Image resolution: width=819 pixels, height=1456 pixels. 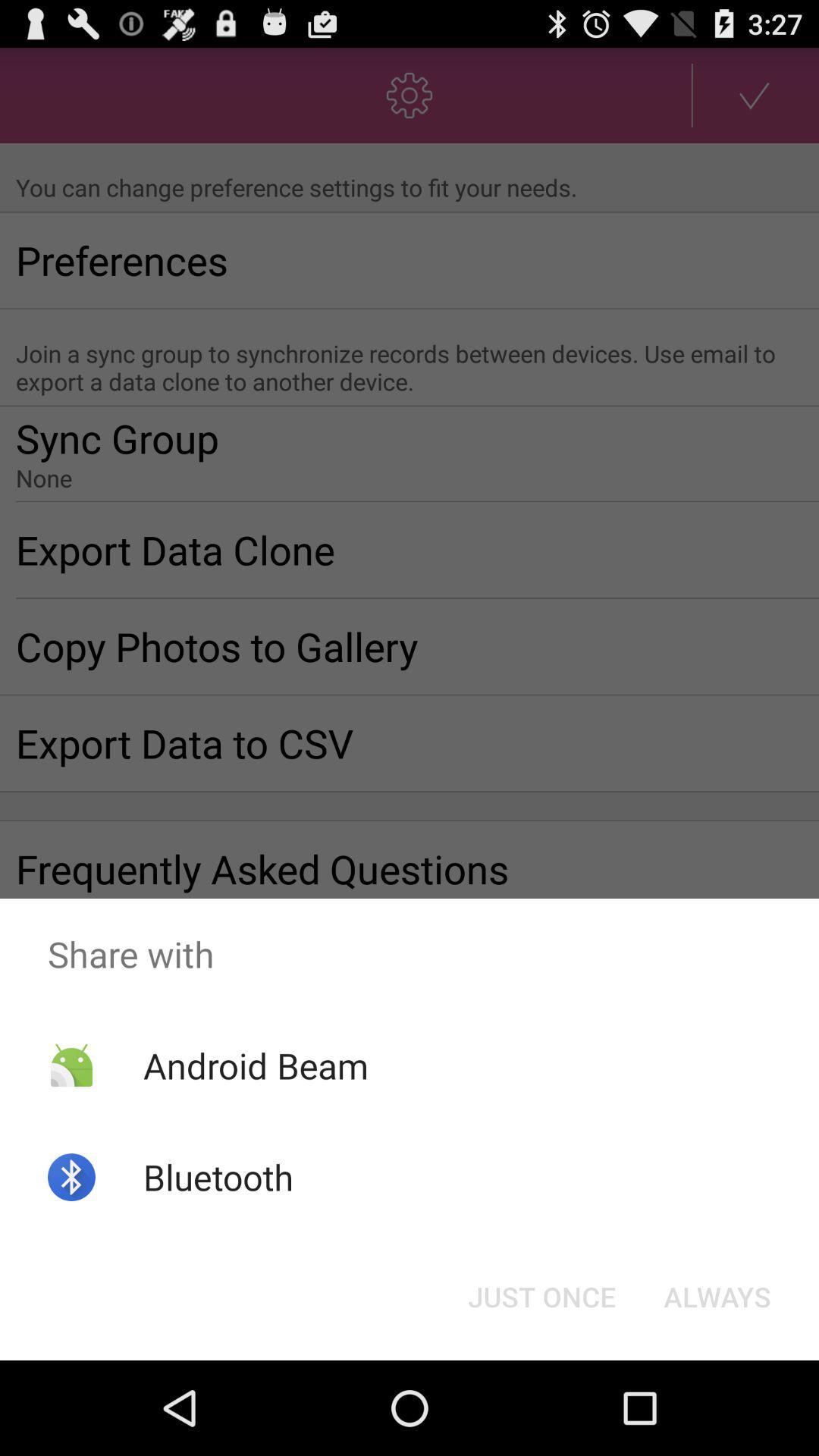 I want to click on just once item, so click(x=541, y=1295).